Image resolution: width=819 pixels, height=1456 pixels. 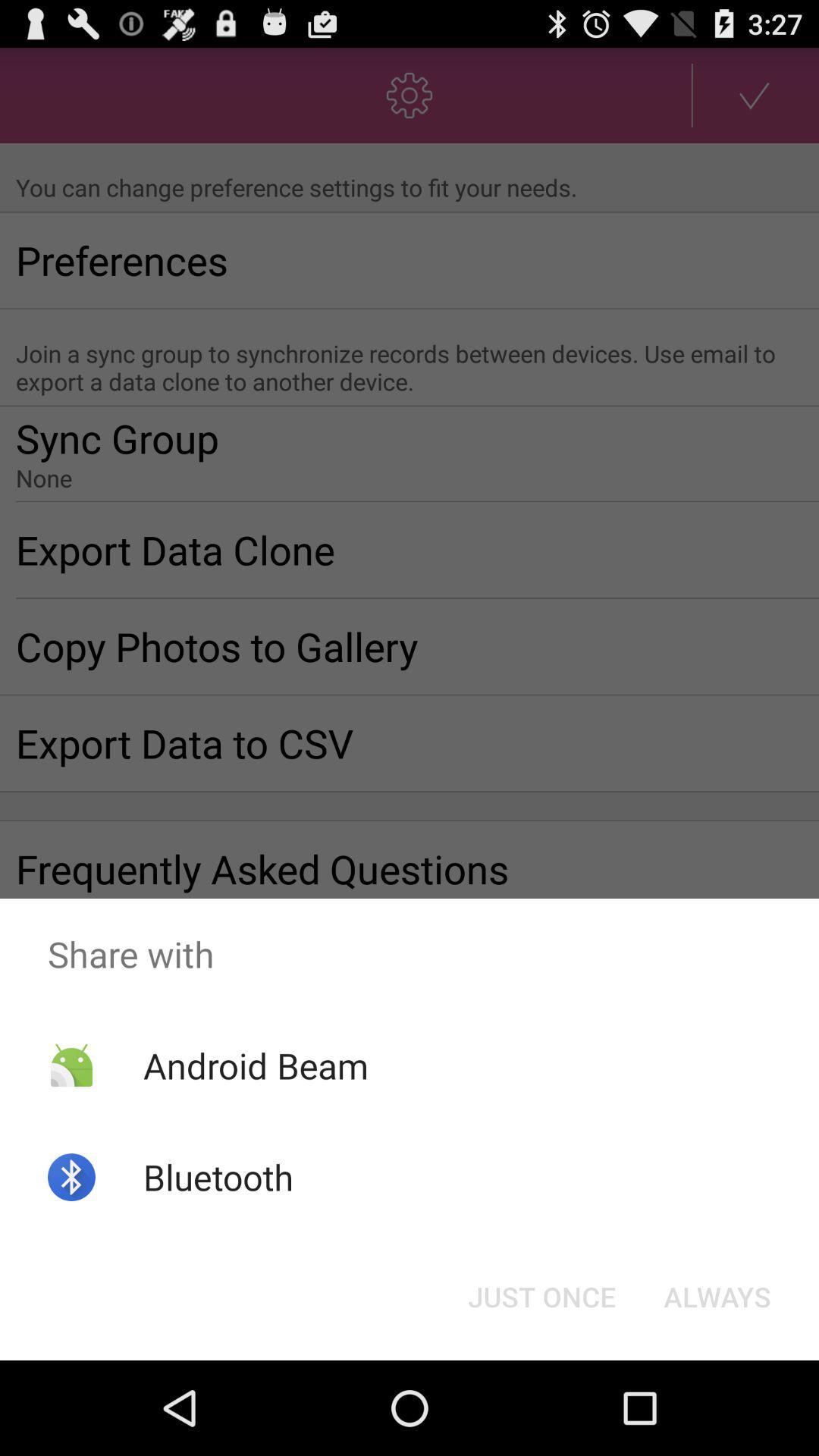 I want to click on just once item, so click(x=541, y=1295).